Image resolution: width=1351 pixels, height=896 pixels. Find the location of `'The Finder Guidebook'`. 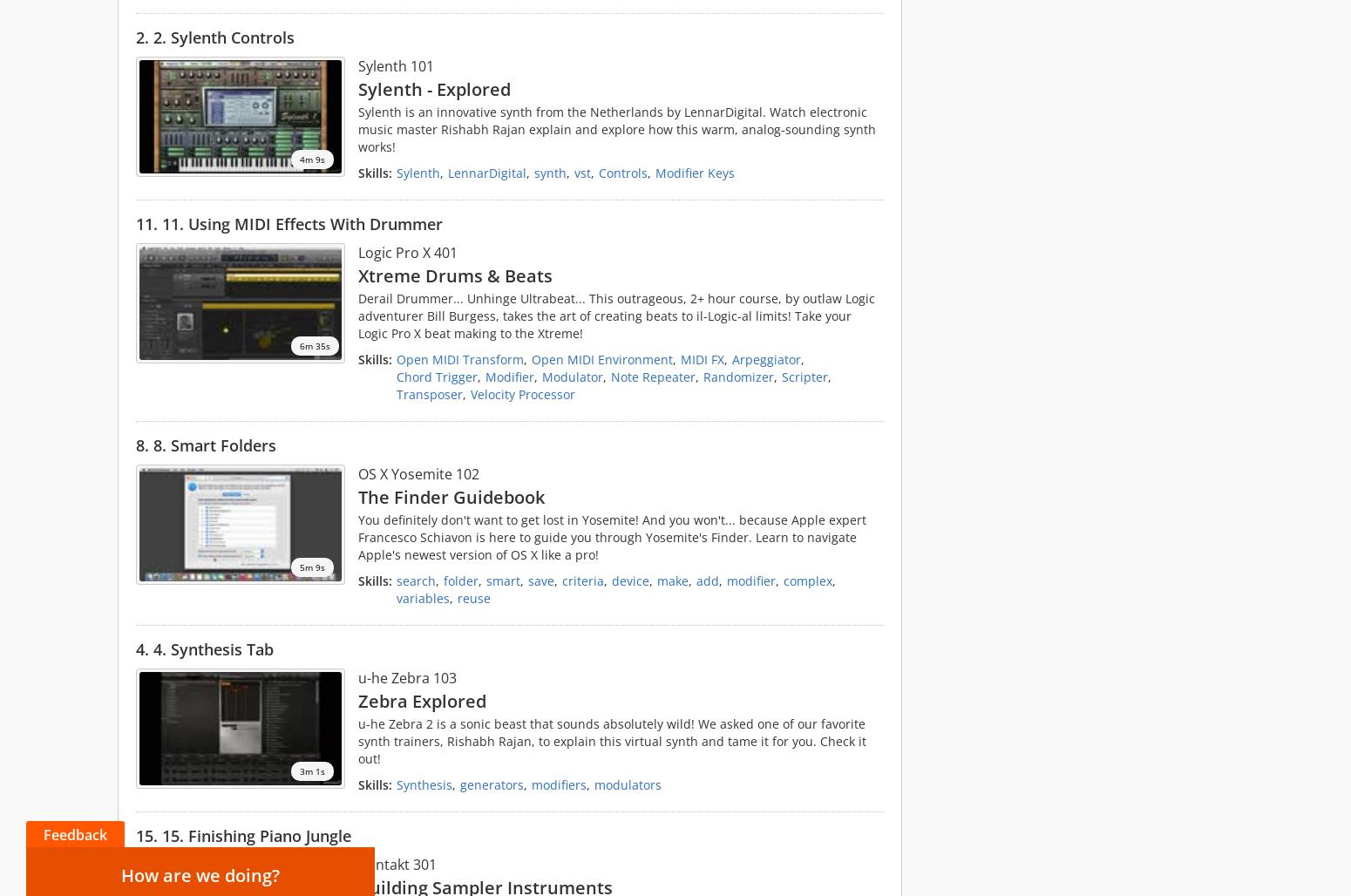

'The Finder Guidebook' is located at coordinates (451, 497).